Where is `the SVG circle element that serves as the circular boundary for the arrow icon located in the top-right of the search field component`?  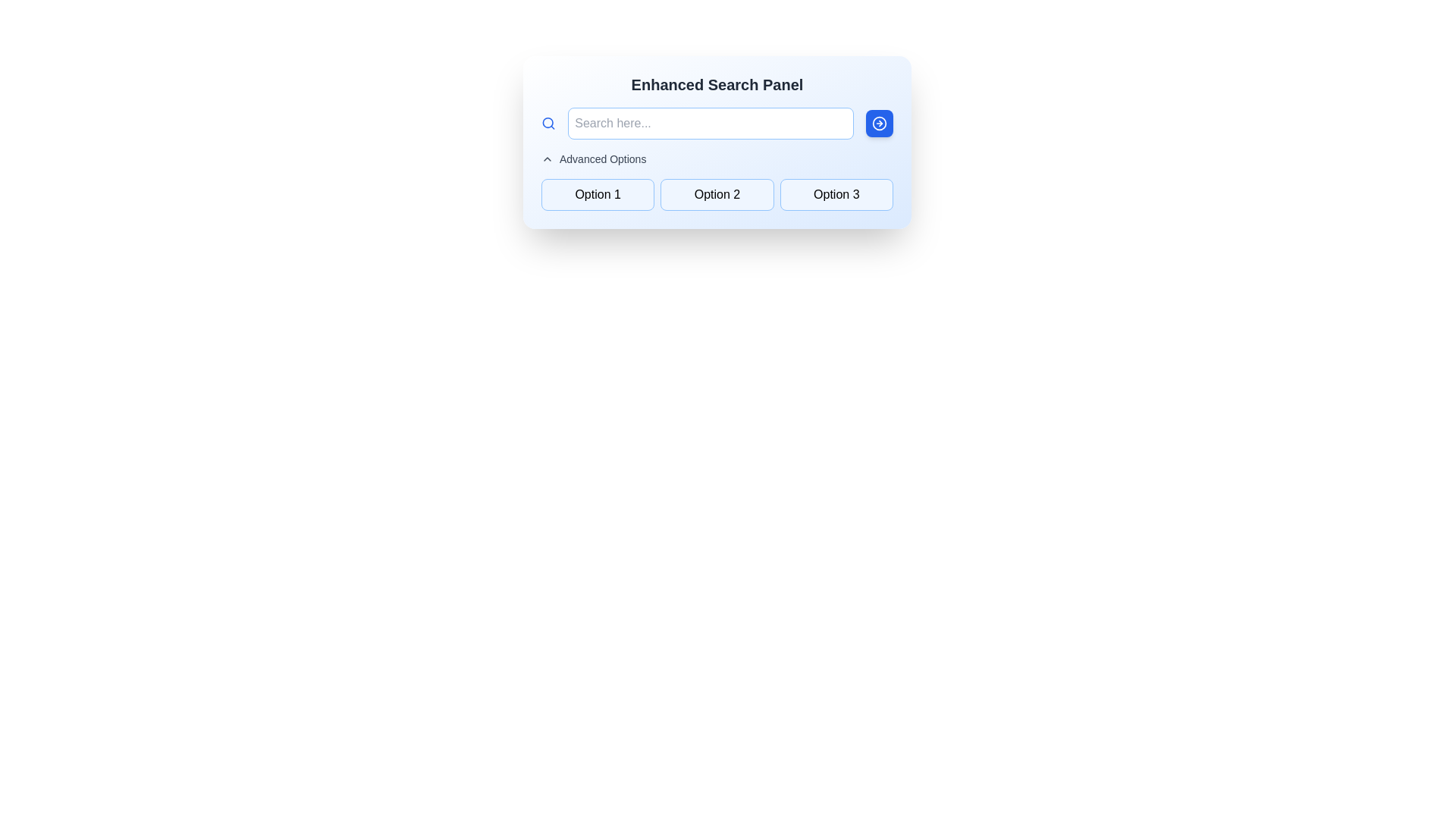
the SVG circle element that serves as the circular boundary for the arrow icon located in the top-right of the search field component is located at coordinates (880, 122).